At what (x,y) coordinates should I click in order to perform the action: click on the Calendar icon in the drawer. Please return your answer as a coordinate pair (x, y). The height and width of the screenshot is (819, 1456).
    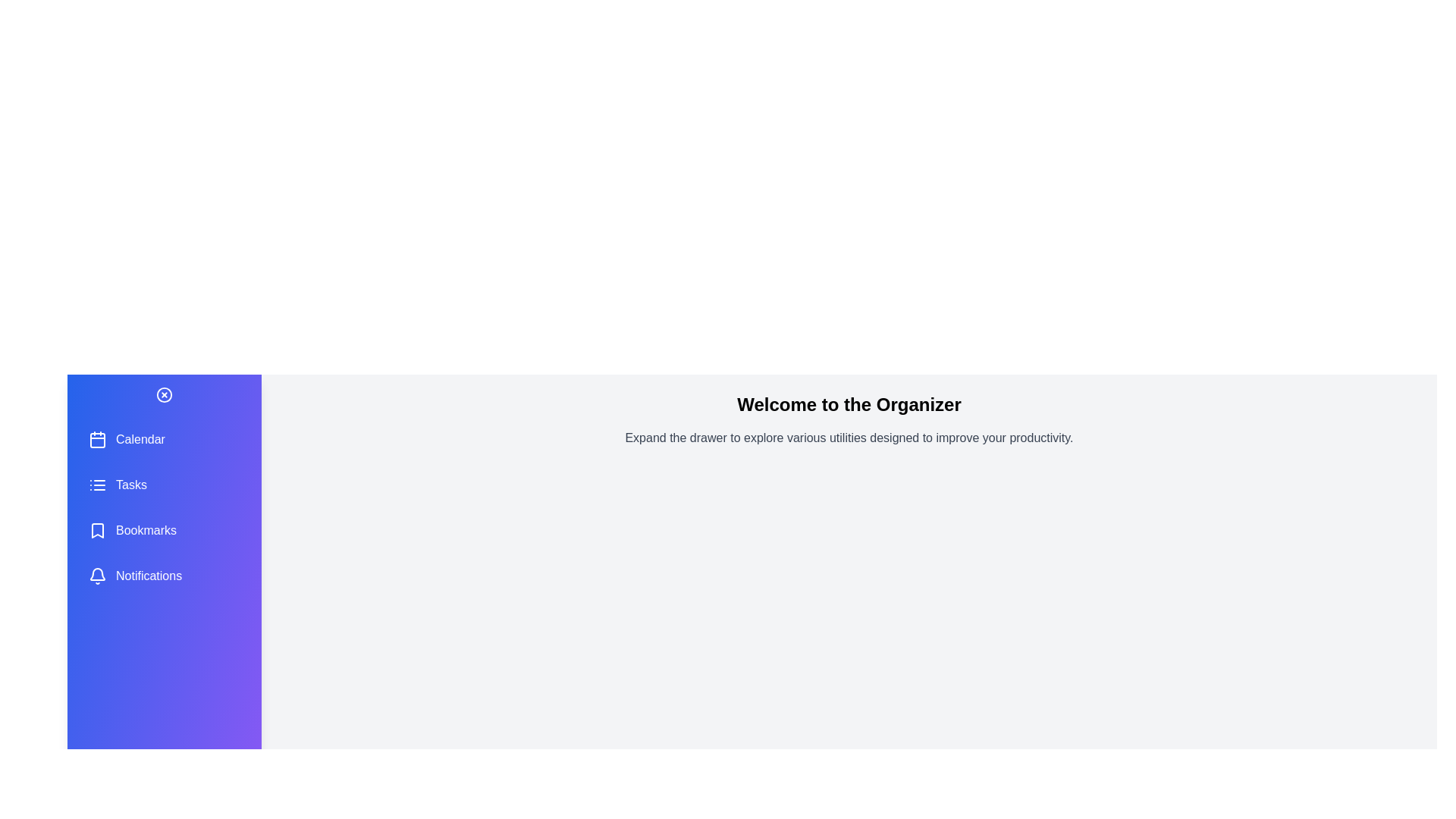
    Looking at the image, I should click on (97, 439).